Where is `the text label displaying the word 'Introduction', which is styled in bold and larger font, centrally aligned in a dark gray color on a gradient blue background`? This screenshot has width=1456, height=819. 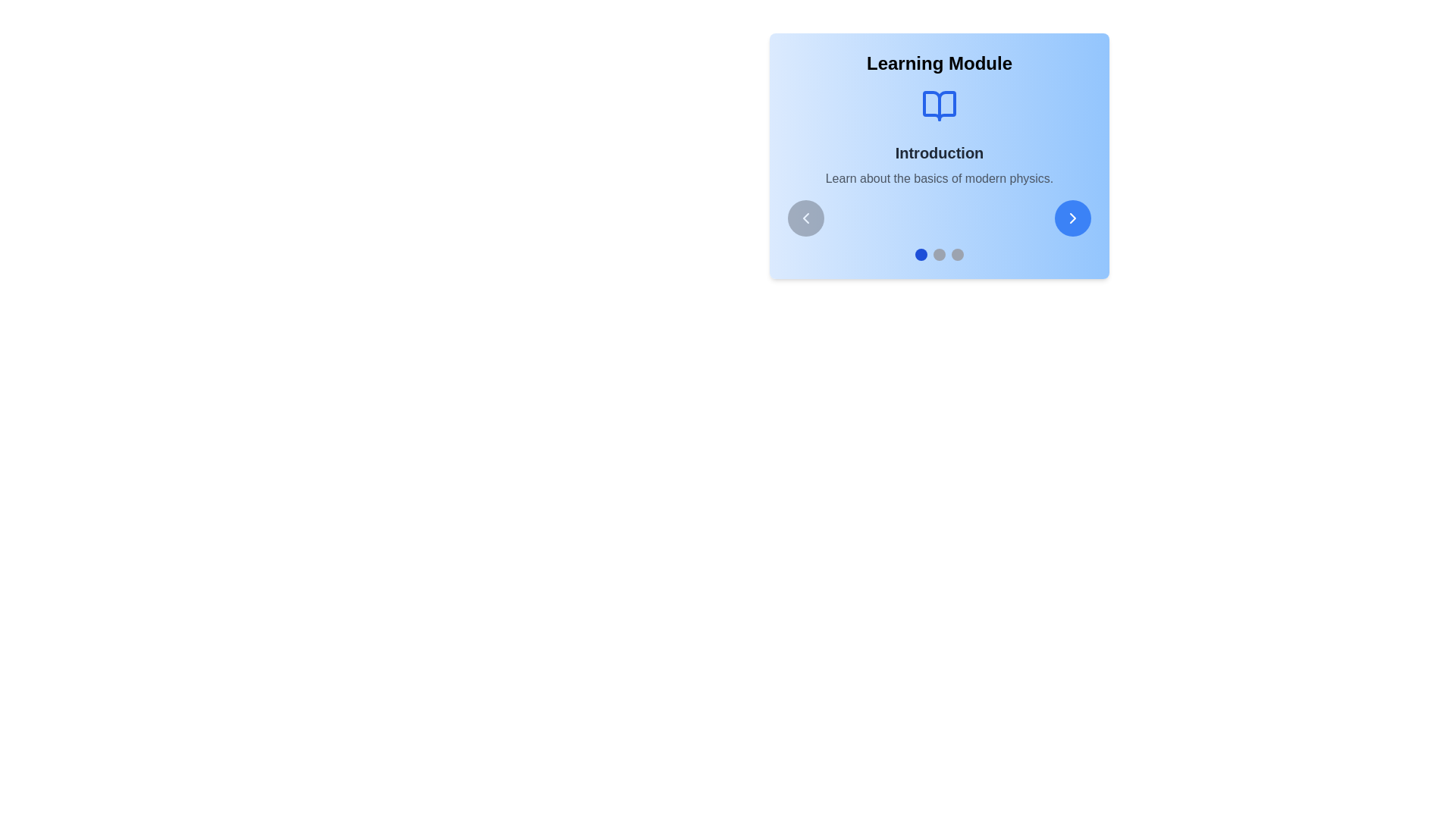
the text label displaying the word 'Introduction', which is styled in bold and larger font, centrally aligned in a dark gray color on a gradient blue background is located at coordinates (938, 152).